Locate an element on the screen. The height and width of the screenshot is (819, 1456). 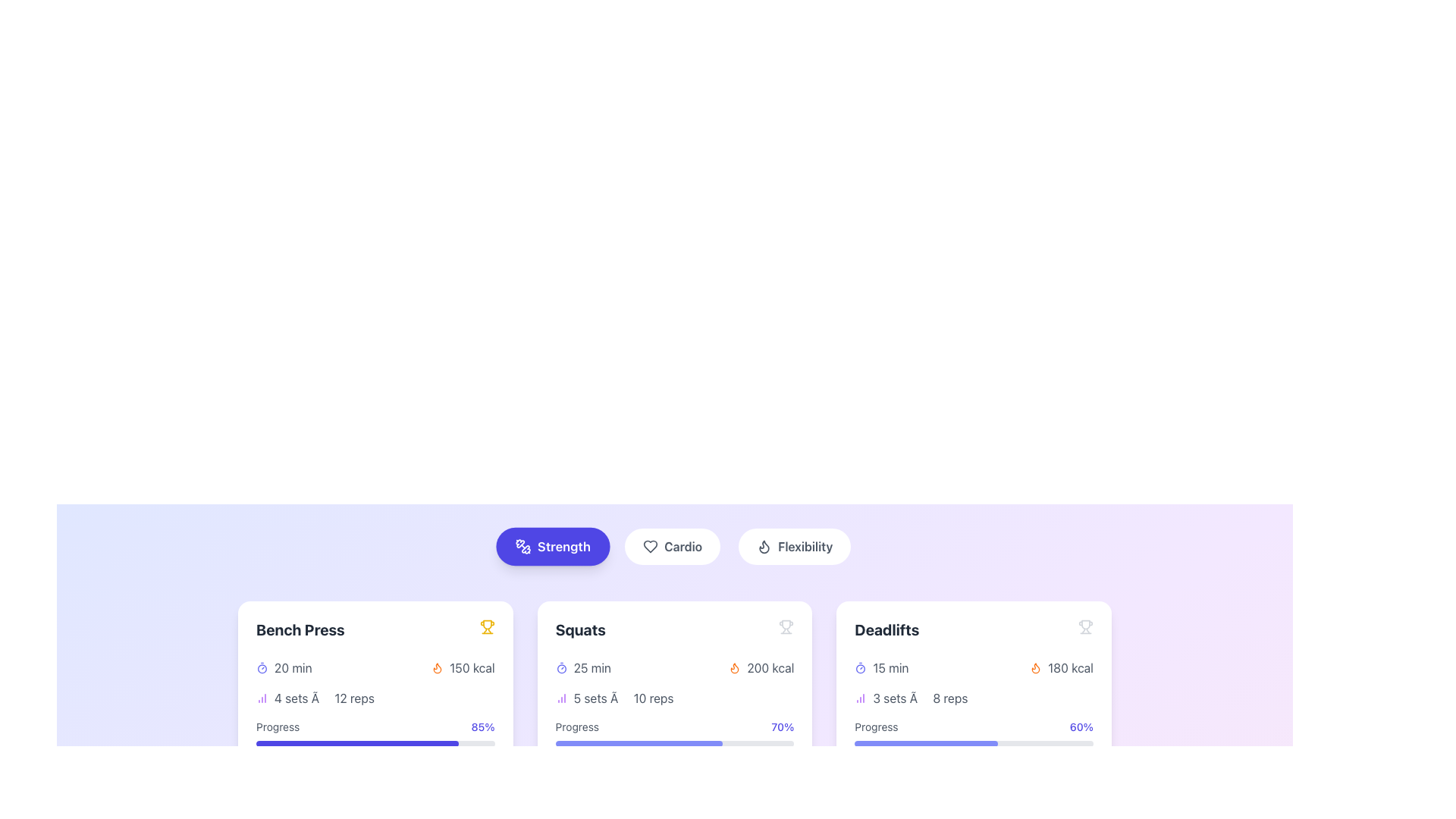
the progress level indicated by the horizontal progress bar labeled 'Progress' in the 'Squats' section, which shows a blue segment at 70% of the total length is located at coordinates (639, 742).